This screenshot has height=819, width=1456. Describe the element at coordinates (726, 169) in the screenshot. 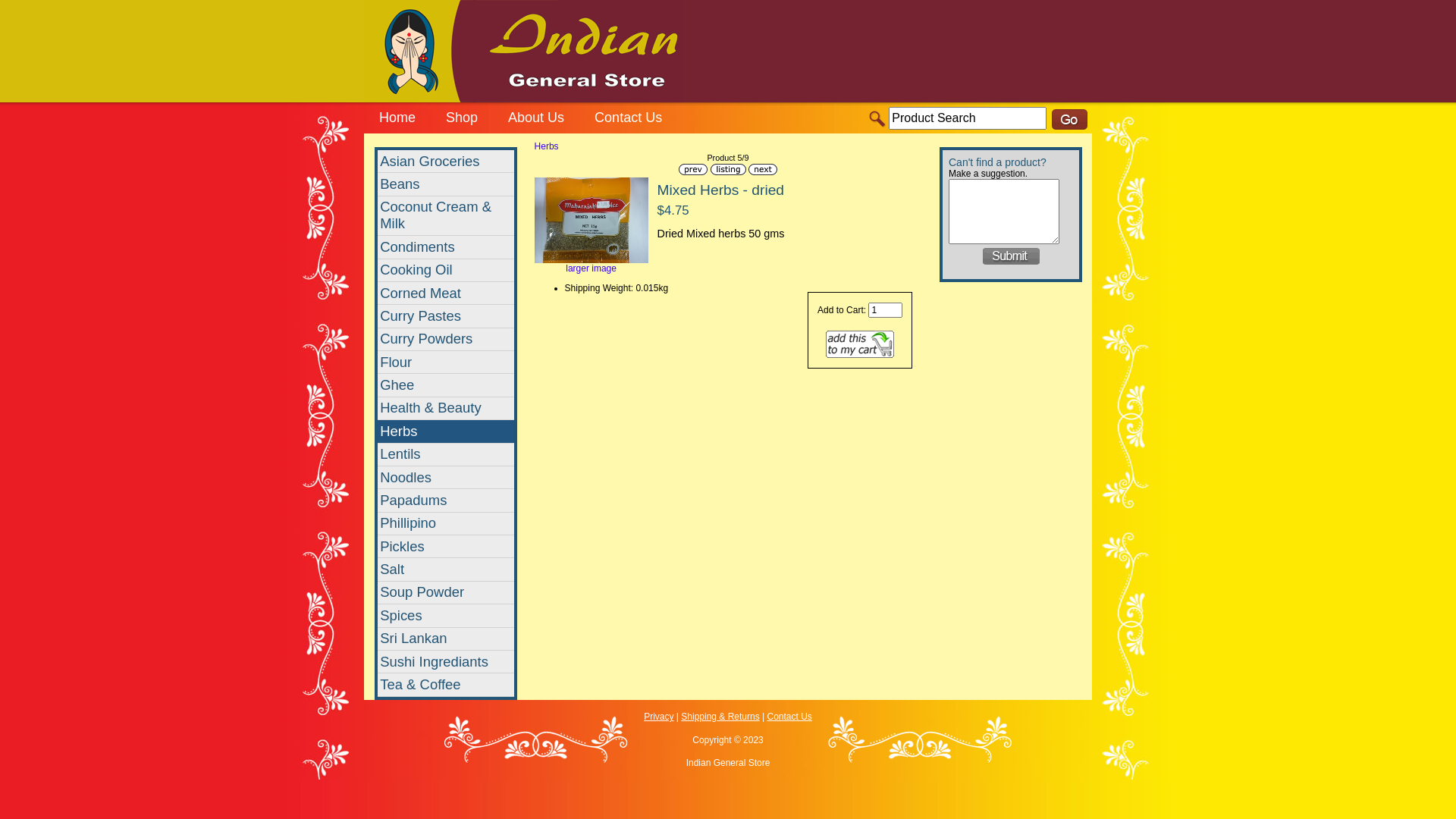

I see `' Return to the Product List '` at that location.